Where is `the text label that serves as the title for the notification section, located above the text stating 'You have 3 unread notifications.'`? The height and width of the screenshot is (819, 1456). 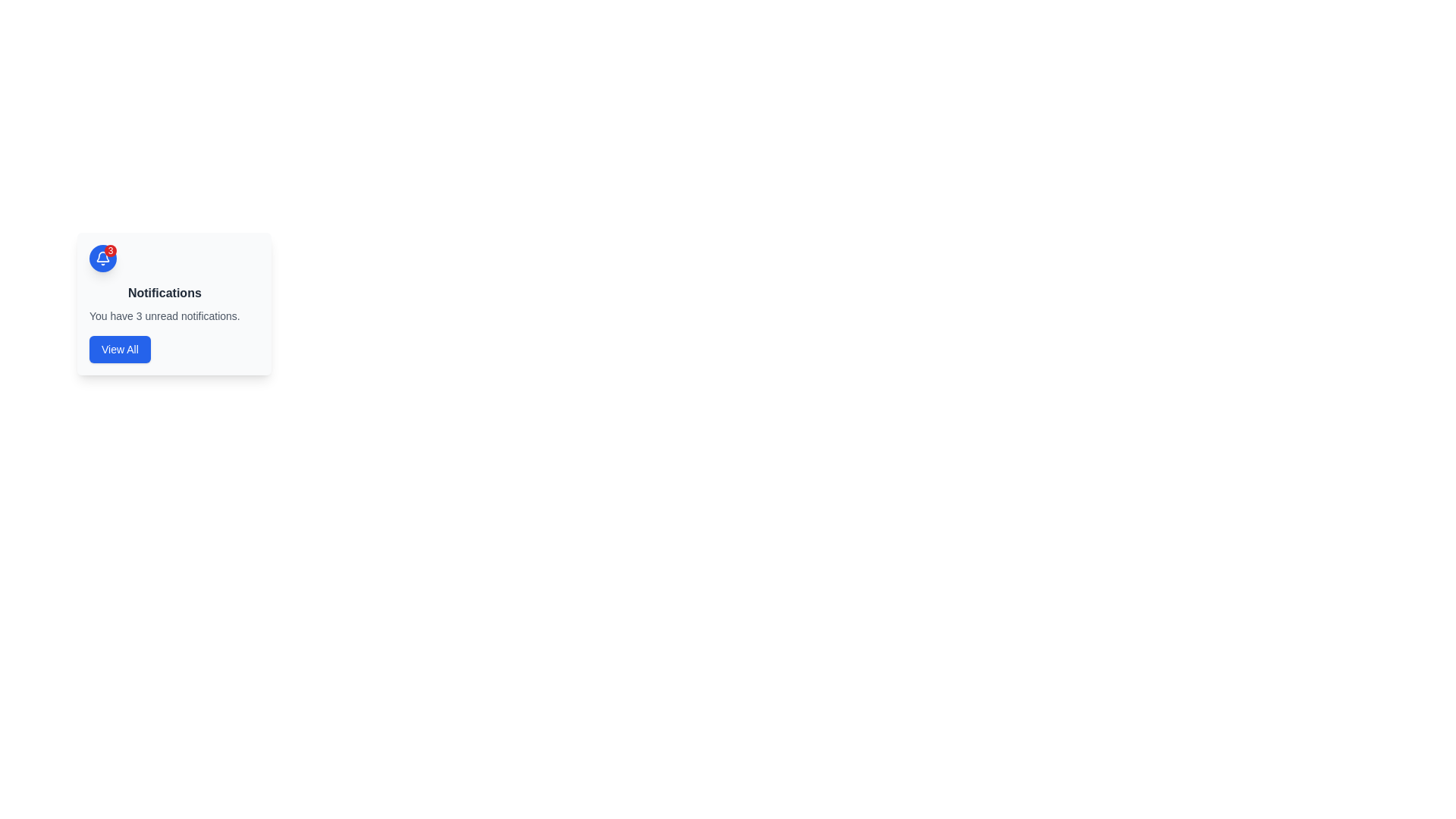
the text label that serves as the title for the notification section, located above the text stating 'You have 3 unread notifications.' is located at coordinates (165, 293).